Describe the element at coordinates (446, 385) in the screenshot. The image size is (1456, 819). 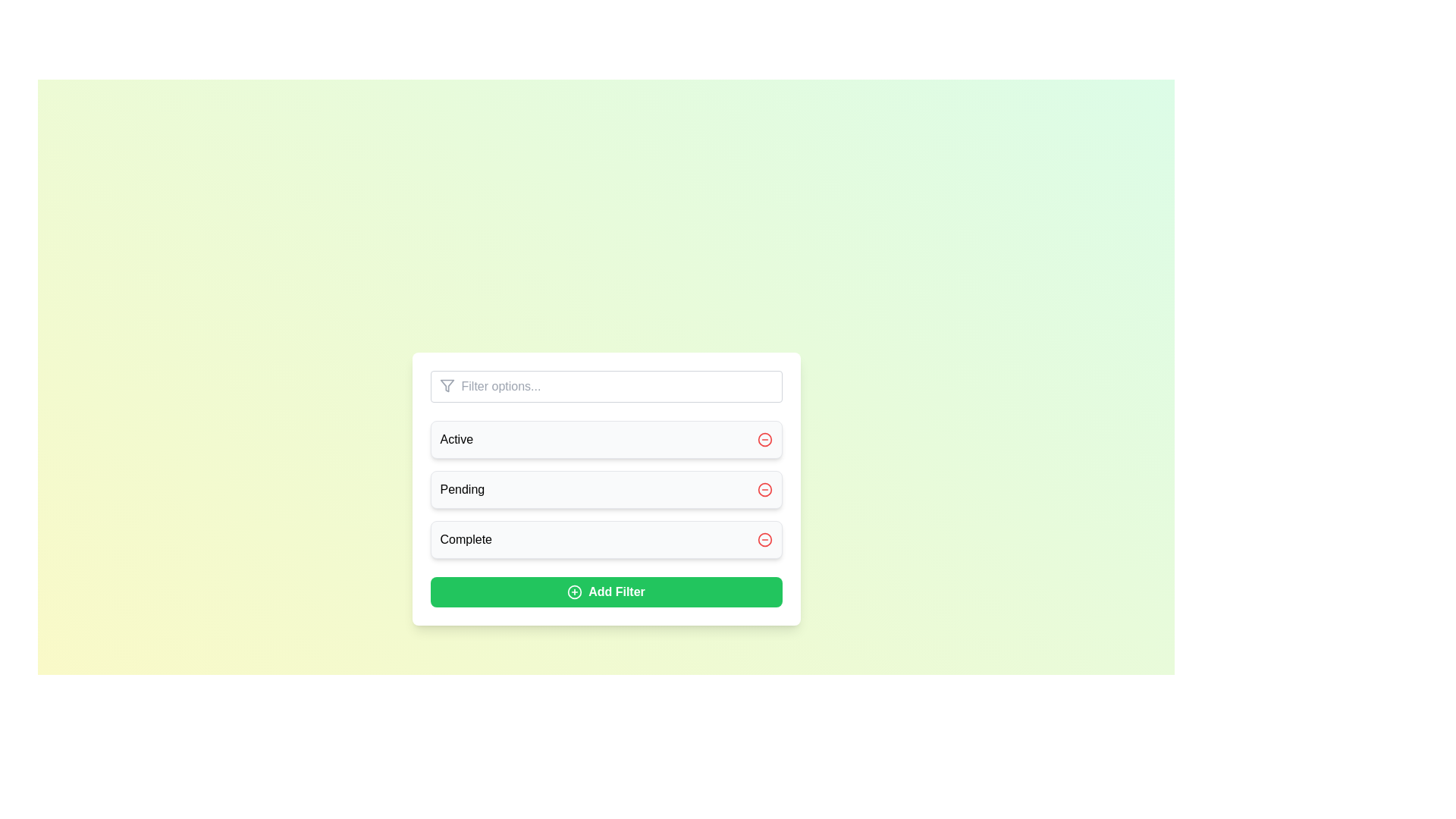
I see `the filter icon, a small gray funnel-shaped icon located in the upper section of the 'Filter options...' input field` at that location.